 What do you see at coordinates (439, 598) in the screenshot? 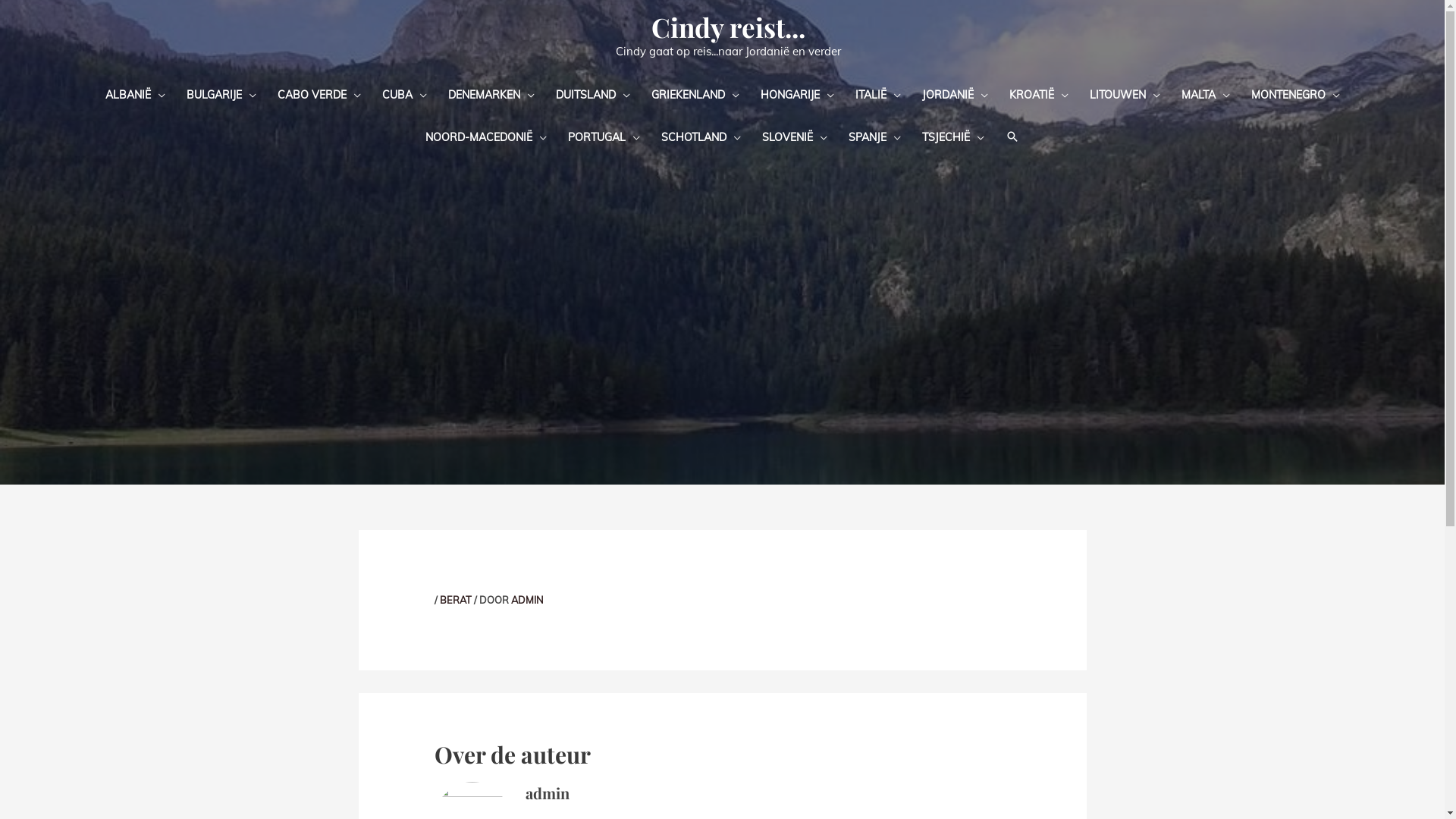
I see `'BERAT'` at bounding box center [439, 598].